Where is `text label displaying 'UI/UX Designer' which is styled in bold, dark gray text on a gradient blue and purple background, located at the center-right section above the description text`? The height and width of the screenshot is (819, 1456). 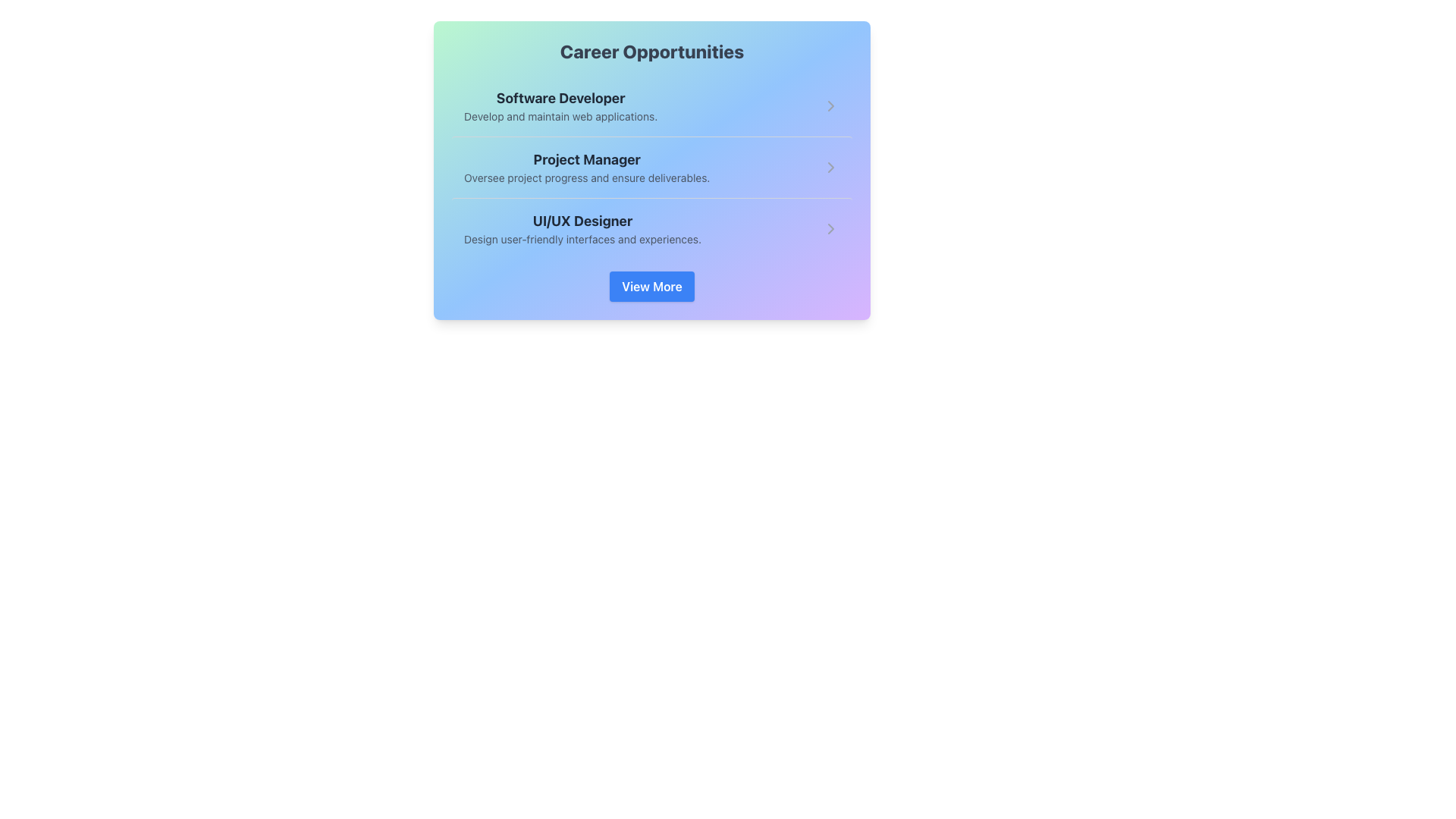
text label displaying 'UI/UX Designer' which is styled in bold, dark gray text on a gradient blue and purple background, located at the center-right section above the description text is located at coordinates (582, 221).